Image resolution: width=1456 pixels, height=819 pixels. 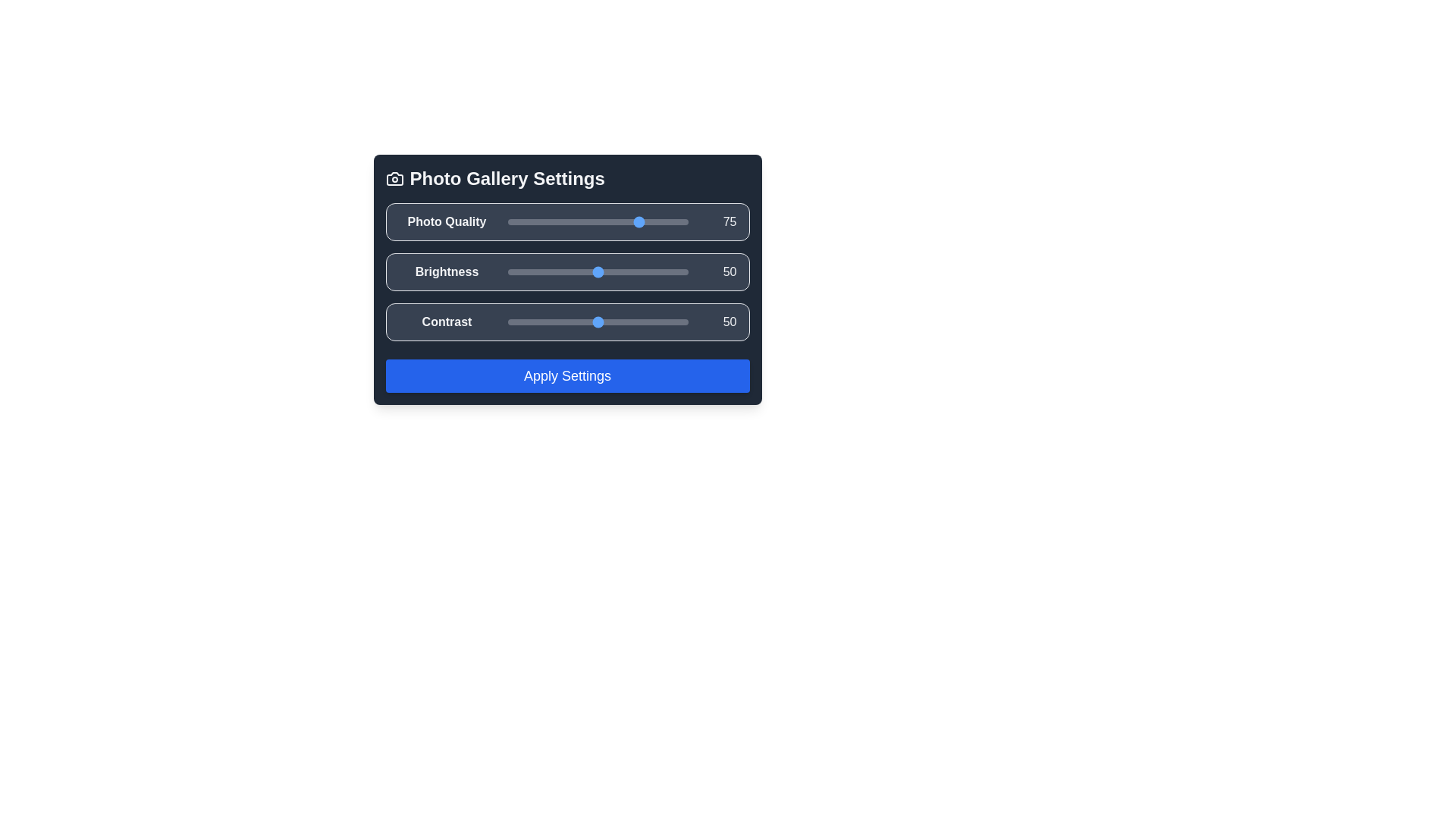 I want to click on the photo quality, so click(x=529, y=222).